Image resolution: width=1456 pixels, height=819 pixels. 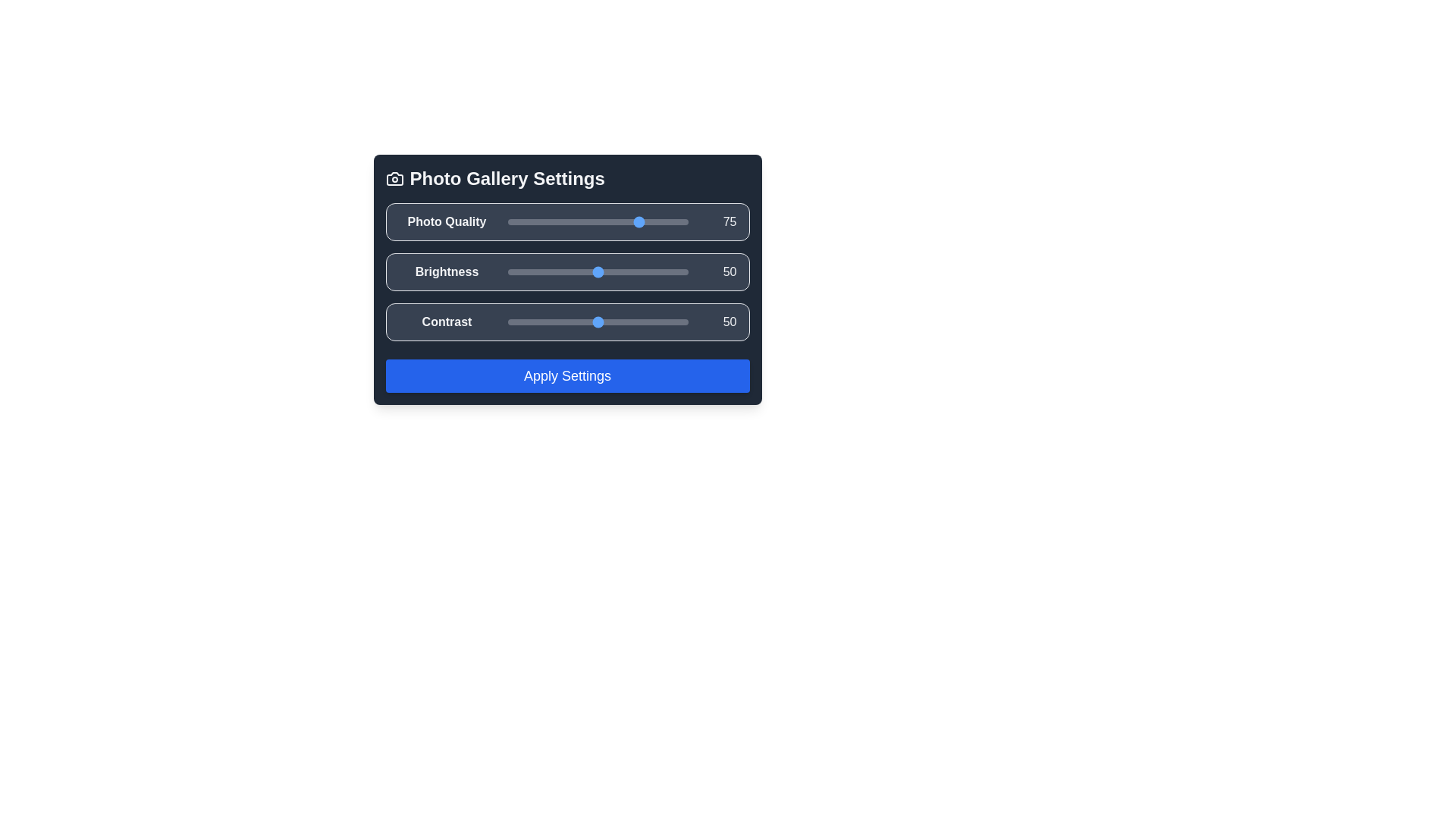 I want to click on the photo quality, so click(x=529, y=222).